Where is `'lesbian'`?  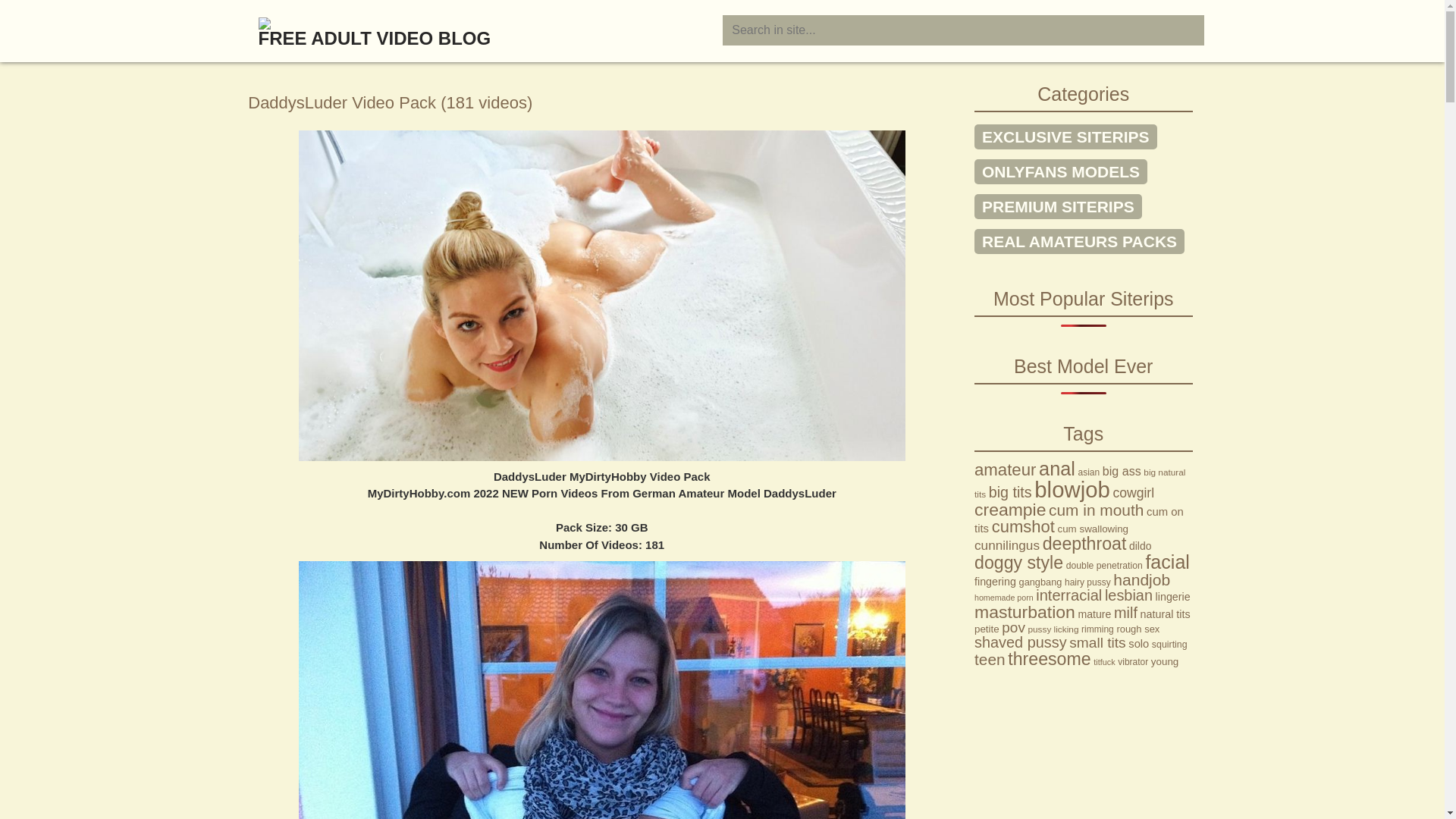
'lesbian' is located at coordinates (1128, 595).